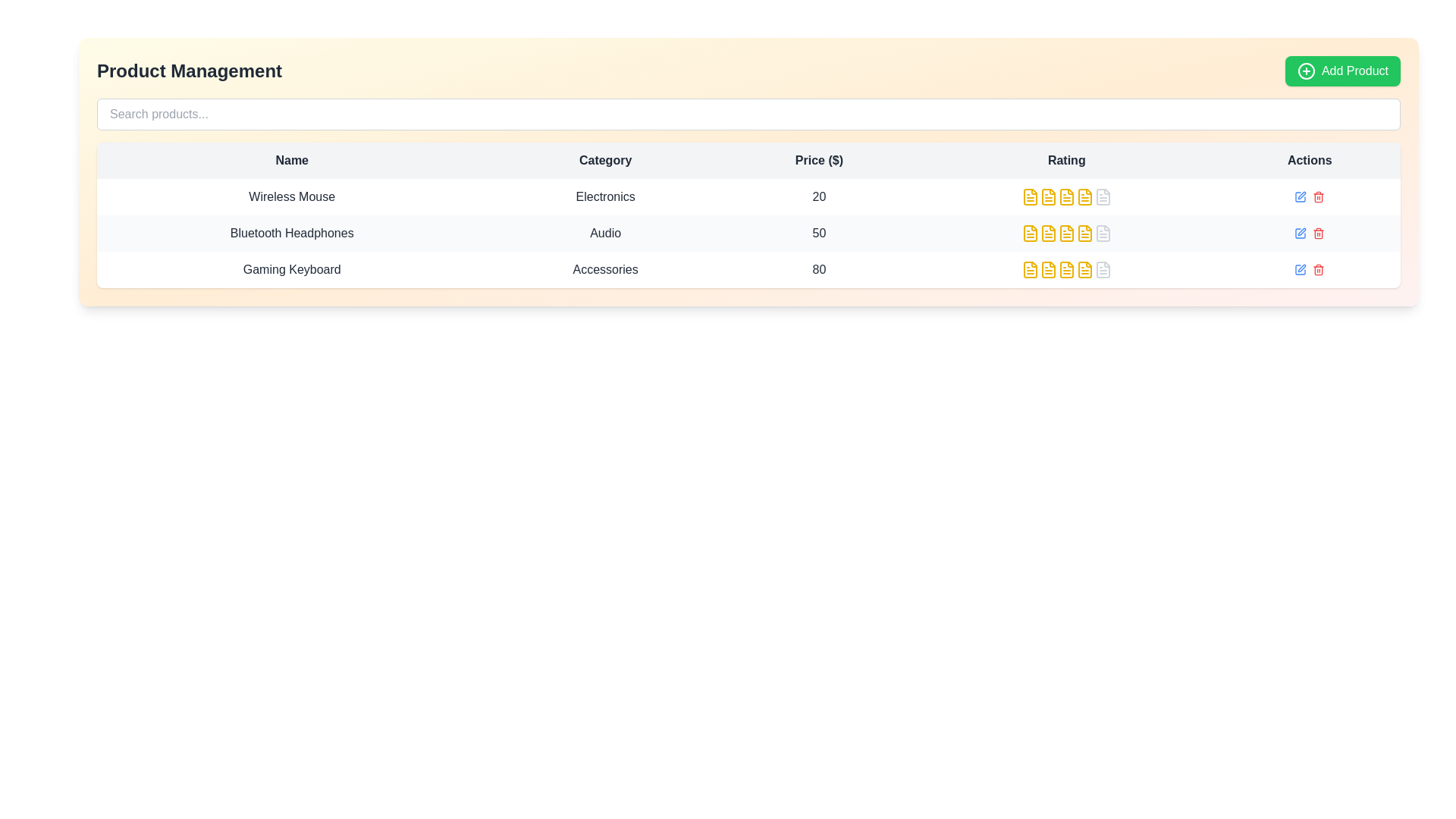  I want to click on the fourth rating icon in the 'Rating' column of the third row for the product 'Gaming Keyboard', so click(1047, 268).